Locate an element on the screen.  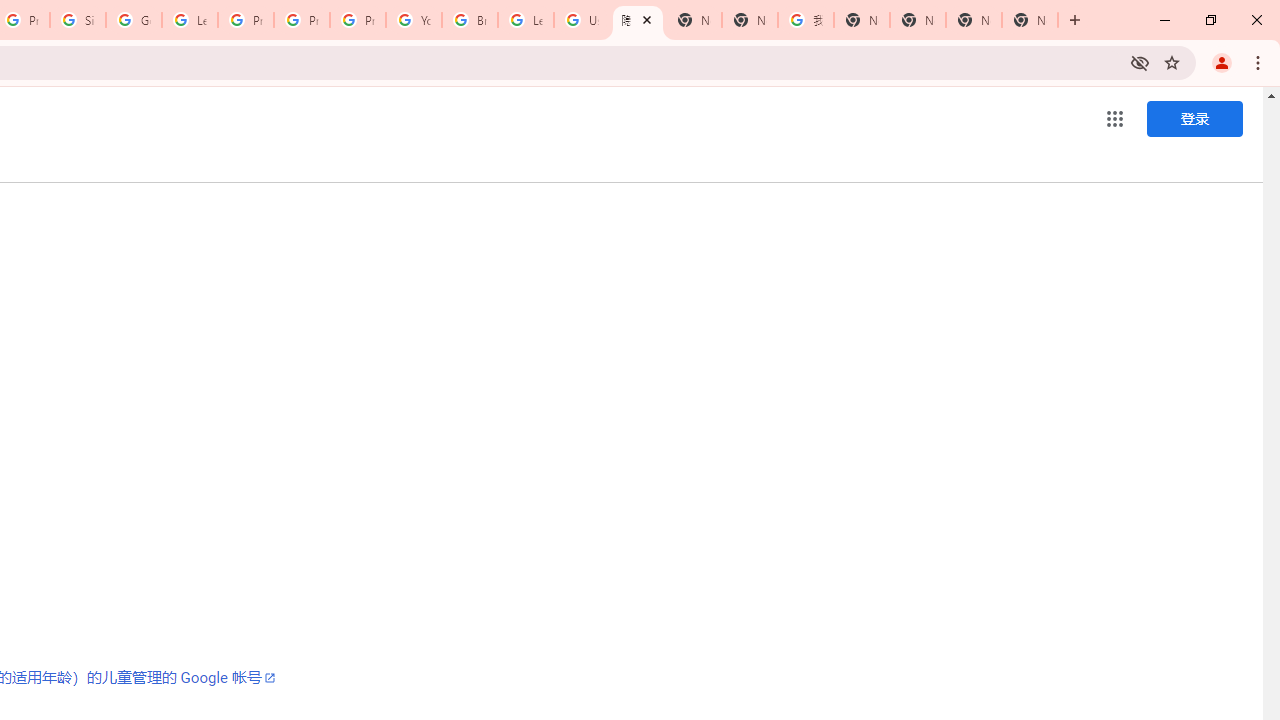
'Sign in - Google Accounts' is located at coordinates (78, 20).